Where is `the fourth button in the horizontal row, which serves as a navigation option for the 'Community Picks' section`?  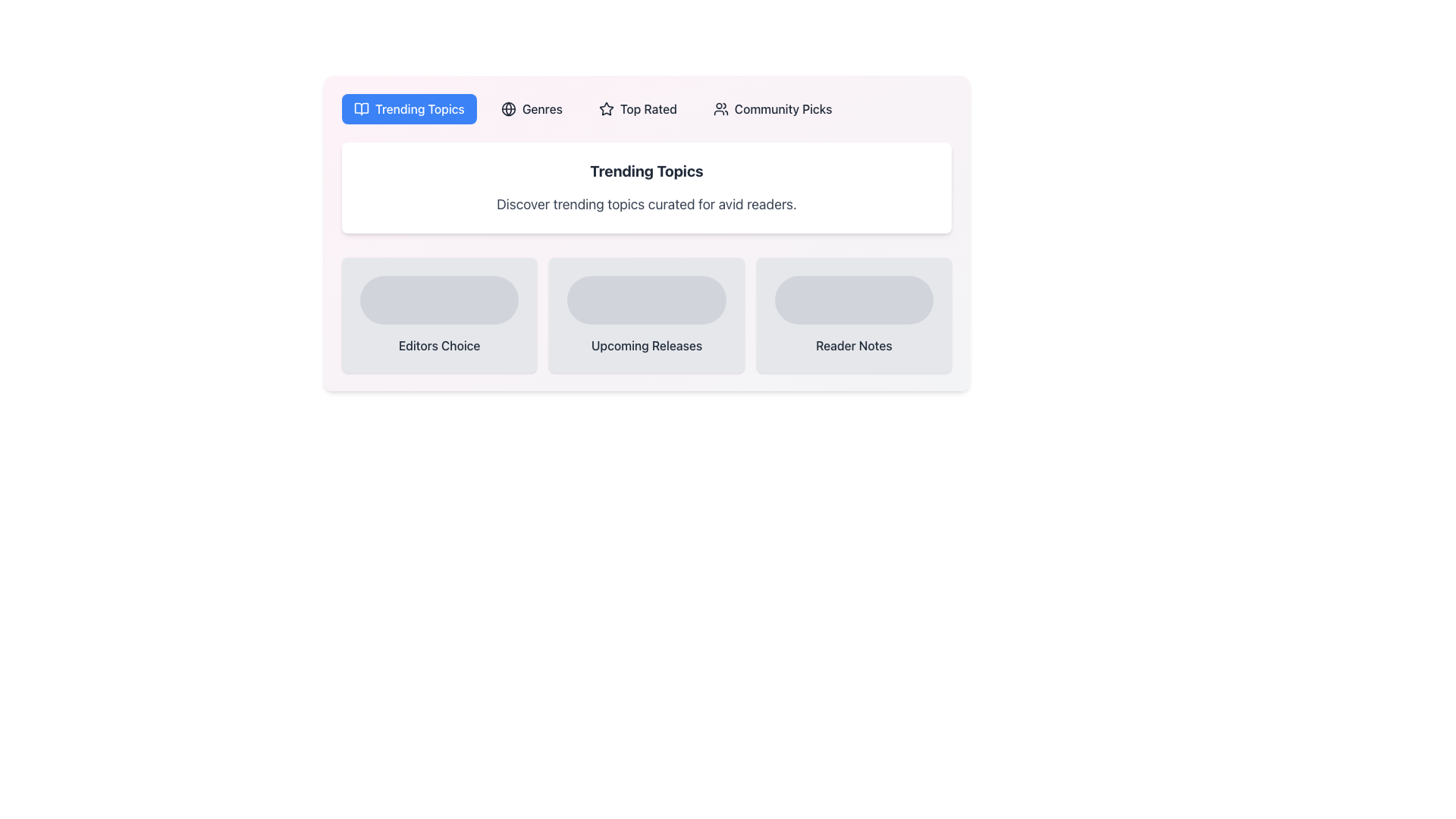 the fourth button in the horizontal row, which serves as a navigation option for the 'Community Picks' section is located at coordinates (773, 108).